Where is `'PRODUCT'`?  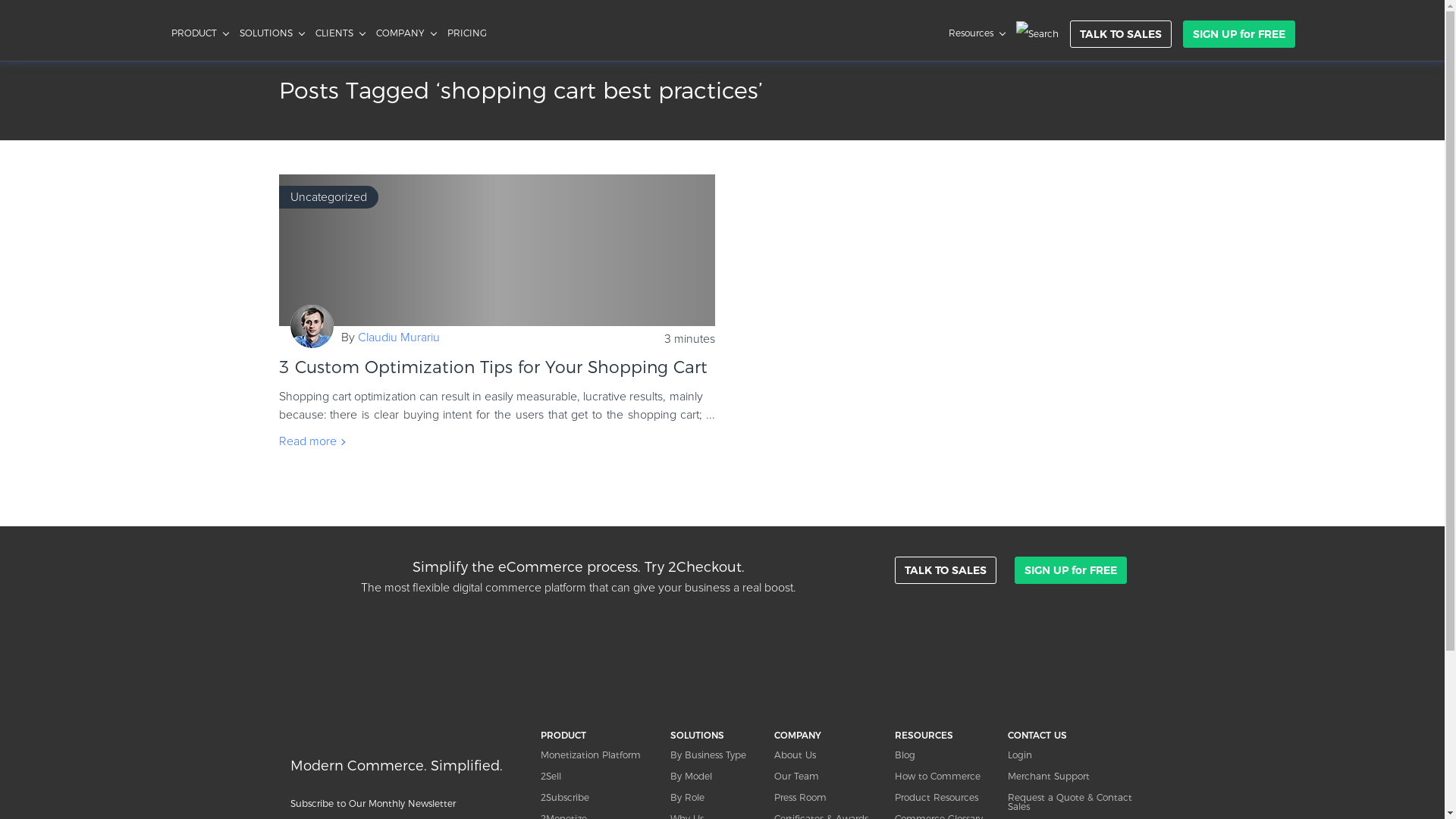
'PRODUCT' is located at coordinates (199, 33).